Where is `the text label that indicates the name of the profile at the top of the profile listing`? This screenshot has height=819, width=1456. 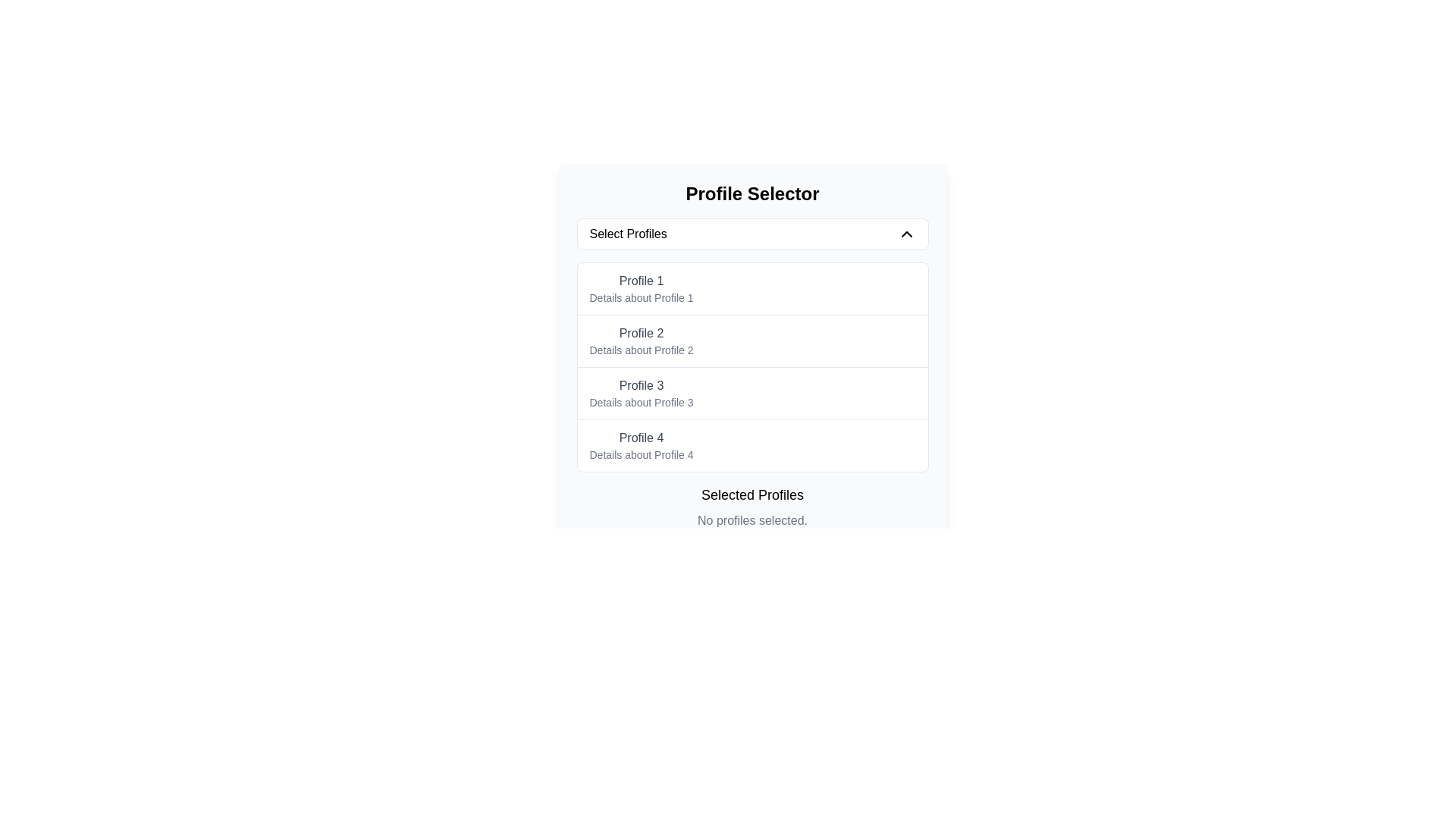
the text label that indicates the name of the profile at the top of the profile listing is located at coordinates (641, 281).